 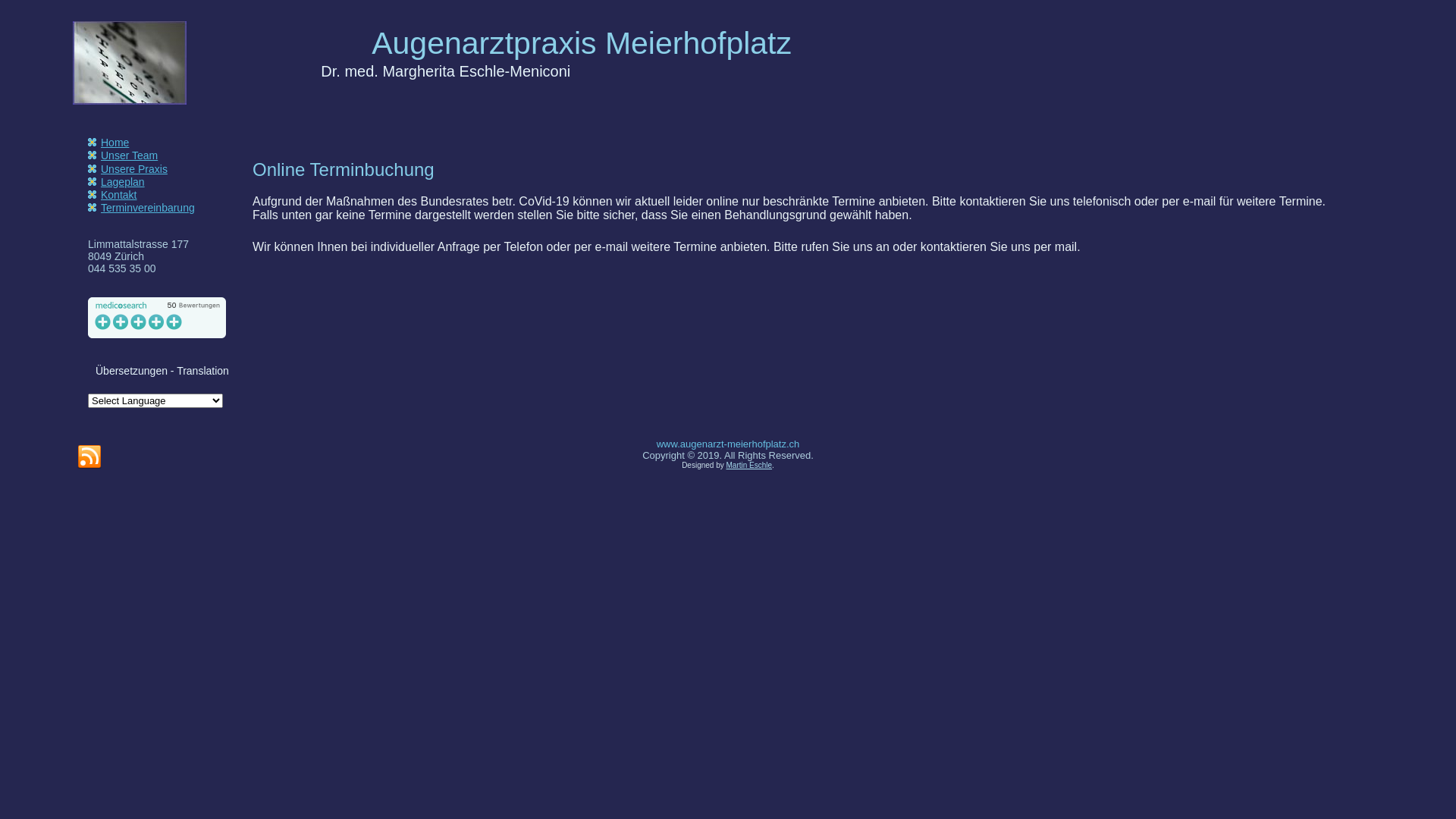 I want to click on 'Kontakt', so click(x=118, y=194).